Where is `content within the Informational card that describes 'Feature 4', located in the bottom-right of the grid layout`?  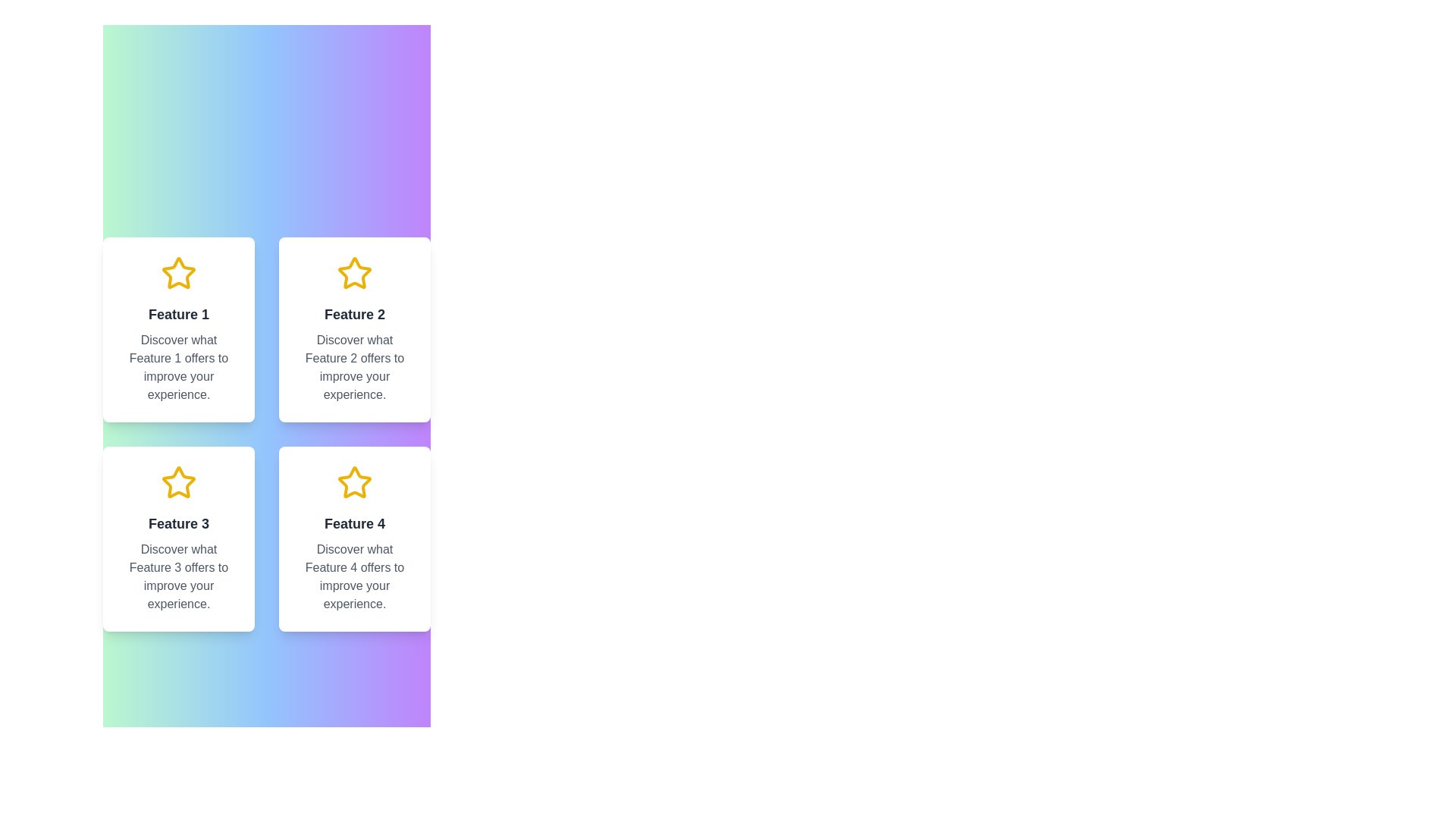 content within the Informational card that describes 'Feature 4', located in the bottom-right of the grid layout is located at coordinates (353, 538).